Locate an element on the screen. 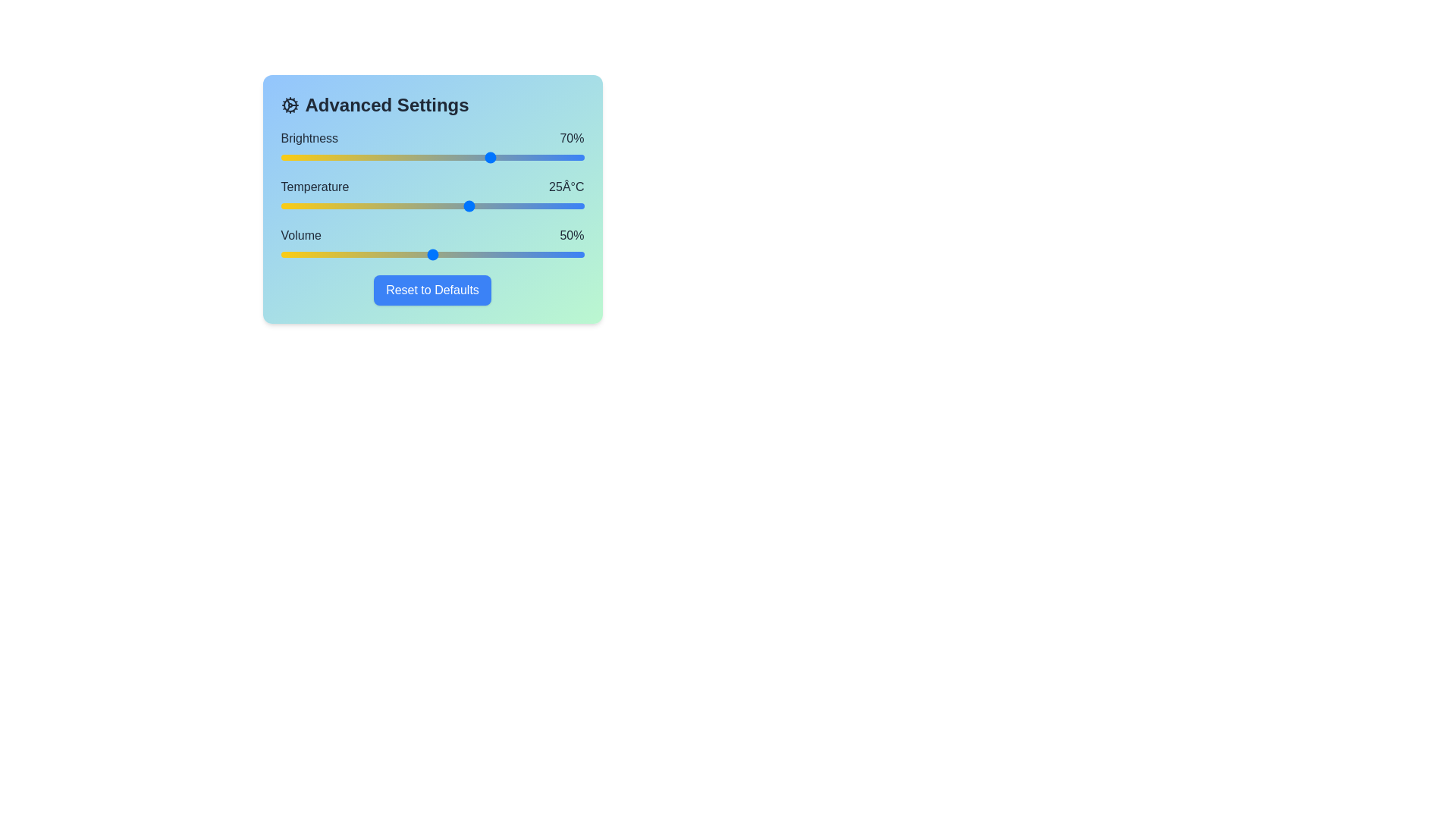 This screenshot has height=819, width=1456. the text label Temperature to select it is located at coordinates (313, 186).